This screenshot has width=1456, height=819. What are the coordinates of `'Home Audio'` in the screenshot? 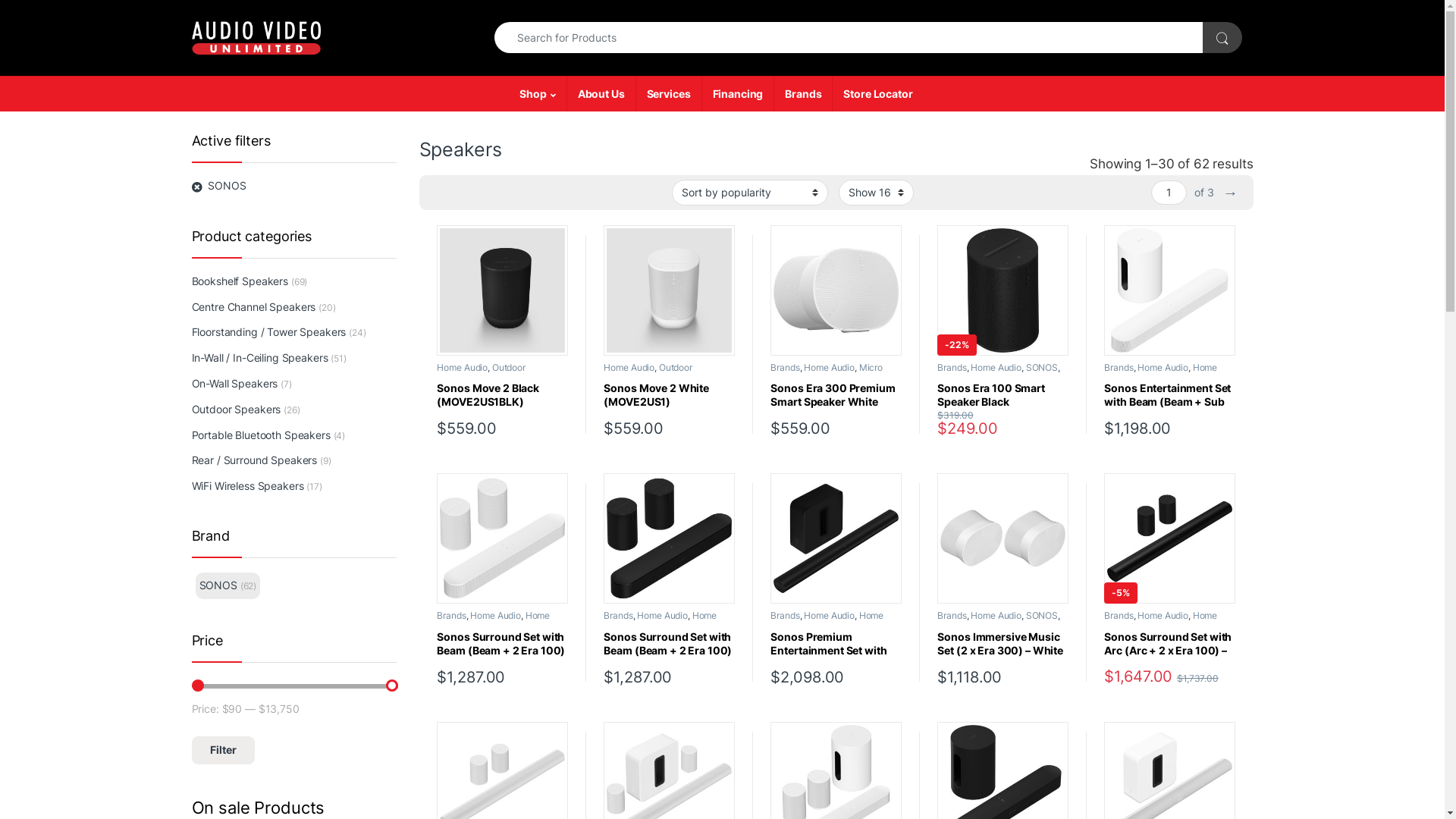 It's located at (629, 367).